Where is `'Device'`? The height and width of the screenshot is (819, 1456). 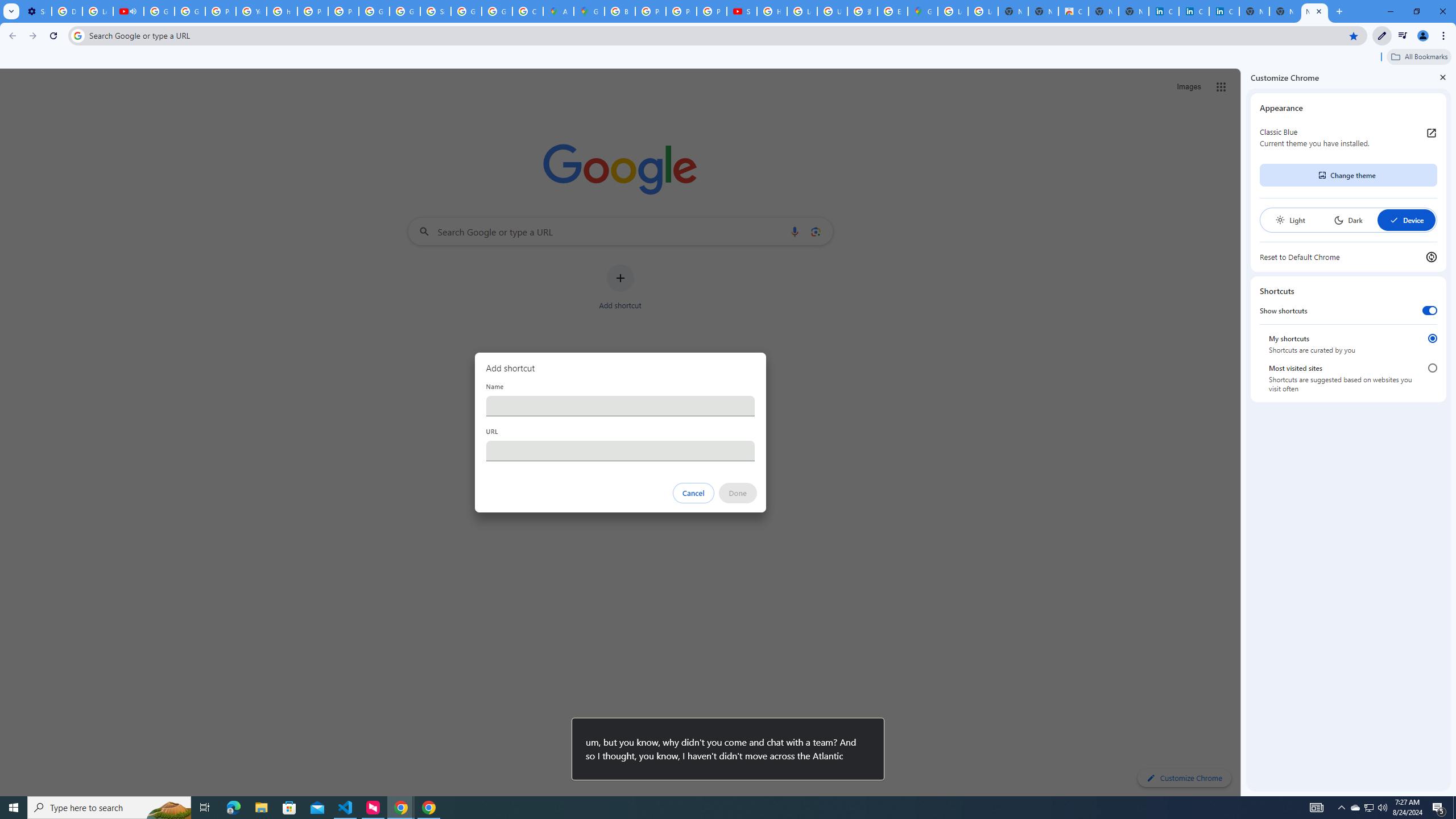
'Device' is located at coordinates (1405, 220).